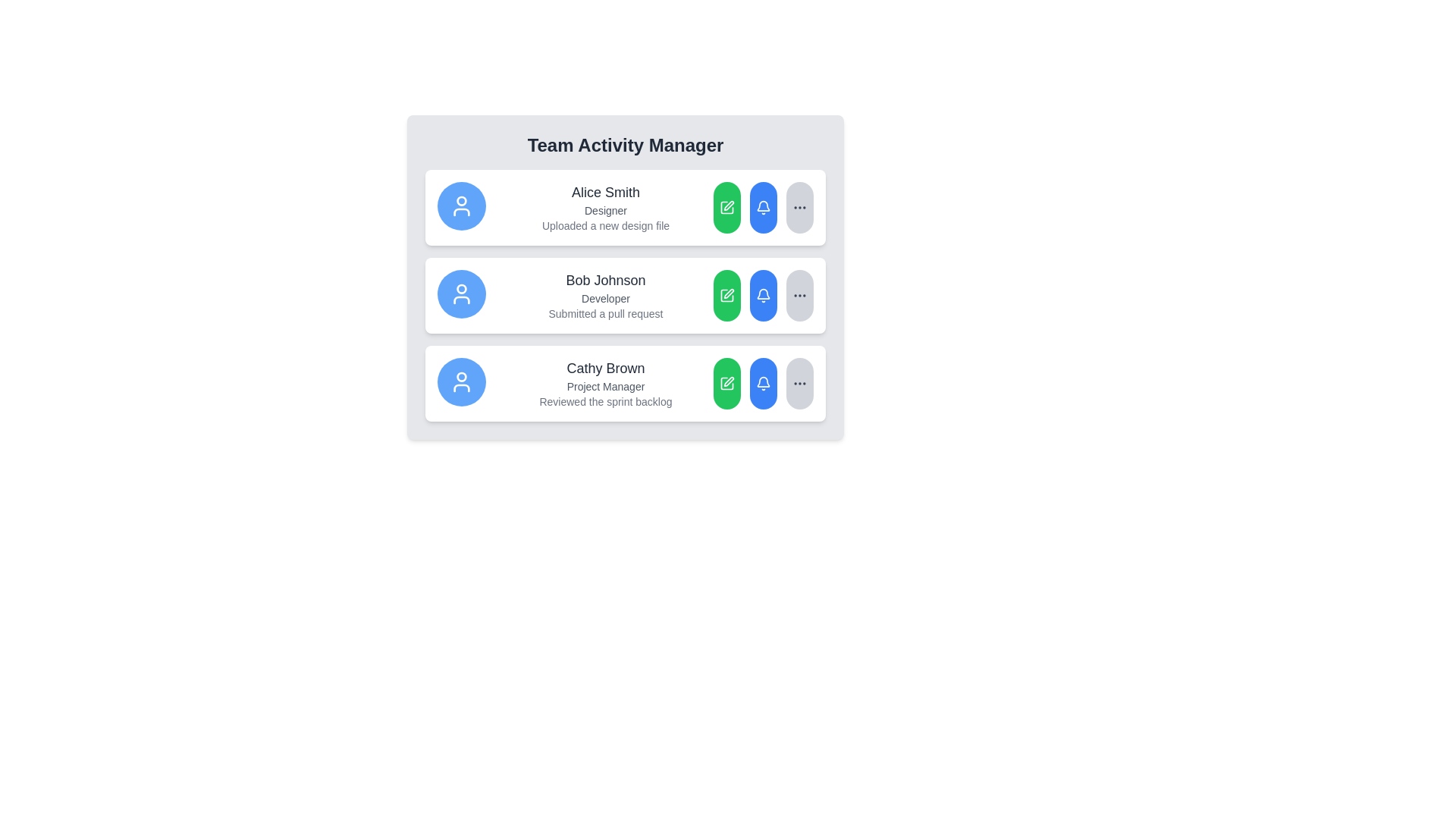 The image size is (1456, 819). I want to click on the ellipsis menu icon button associated with user 'Bob Johnson', so click(799, 382).